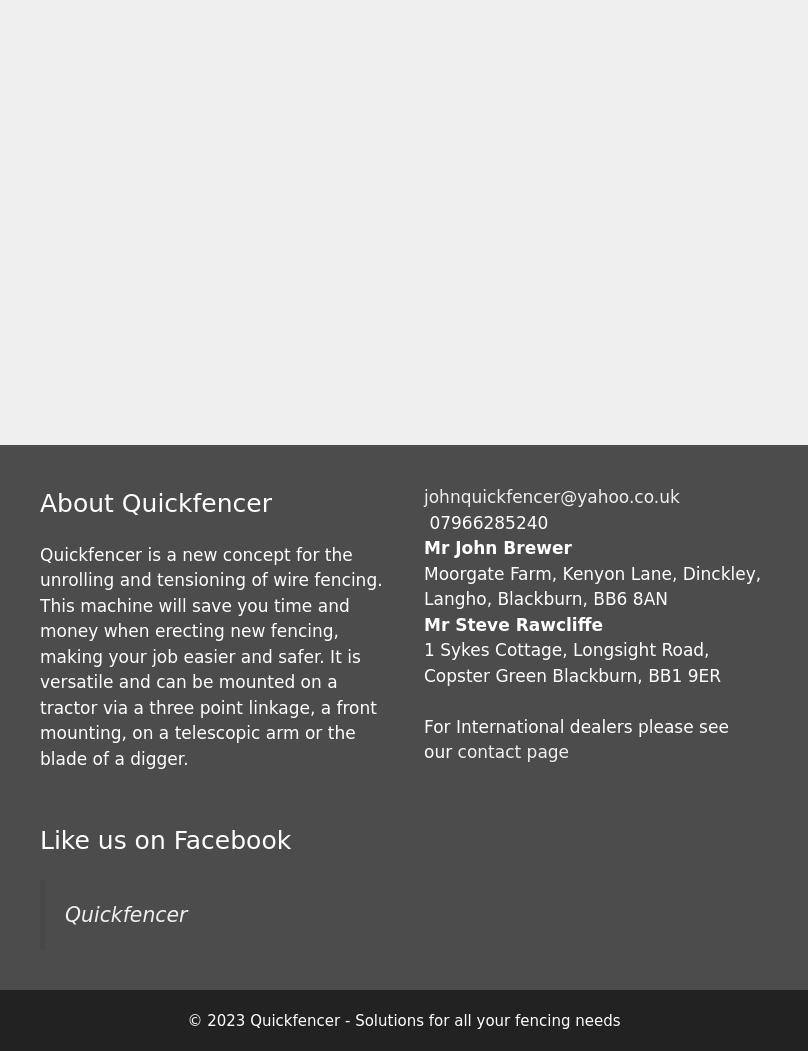 The width and height of the screenshot is (808, 1051). What do you see at coordinates (402, 1020) in the screenshot?
I see `'© 2023 Quickfencer - Solutions for all your fencing needs'` at bounding box center [402, 1020].